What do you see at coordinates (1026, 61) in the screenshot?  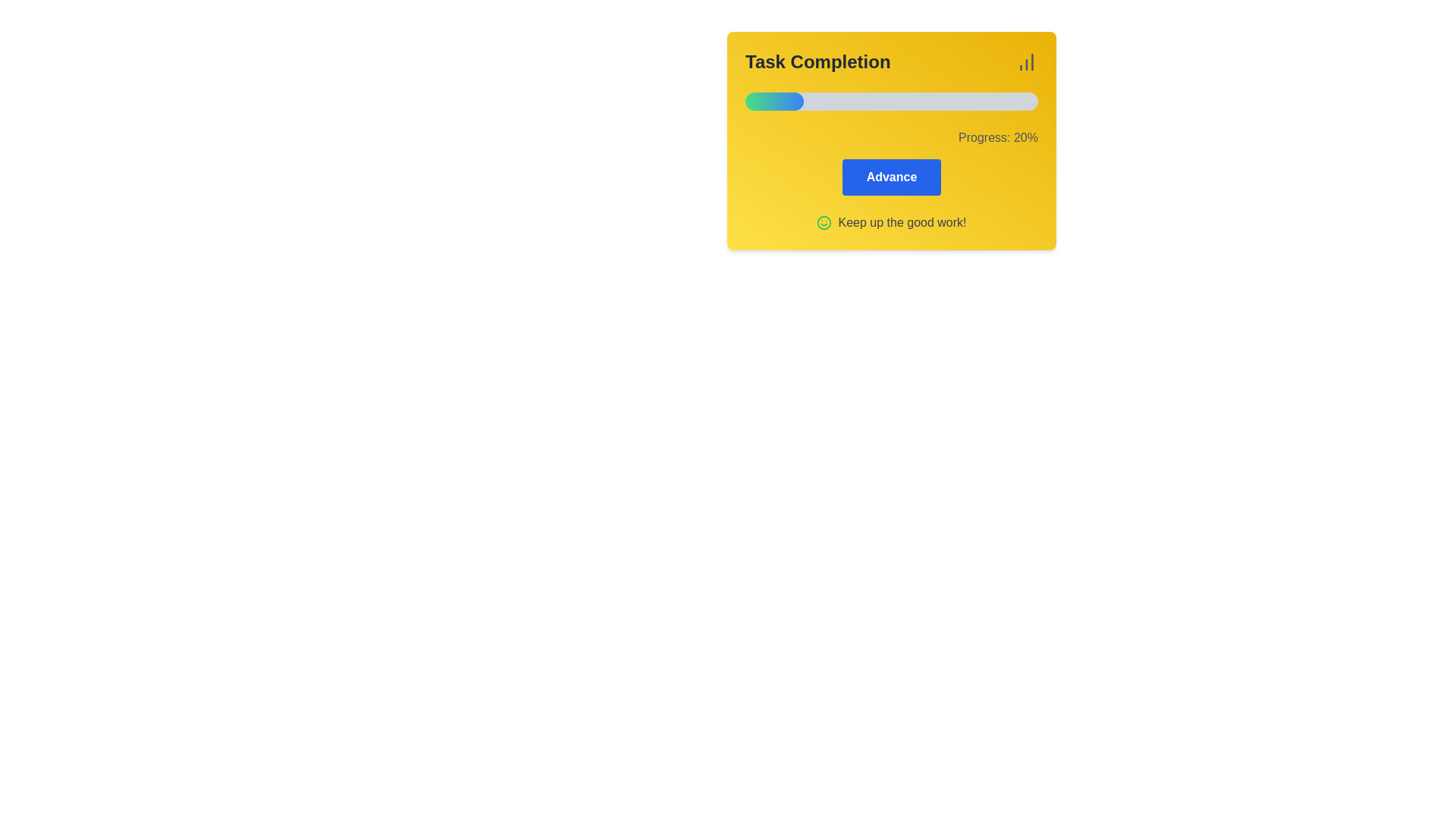 I see `the icon located in the top-right corner of the 'Task Completion' section, positioned to the right of the title text 'Task Completion'` at bounding box center [1026, 61].